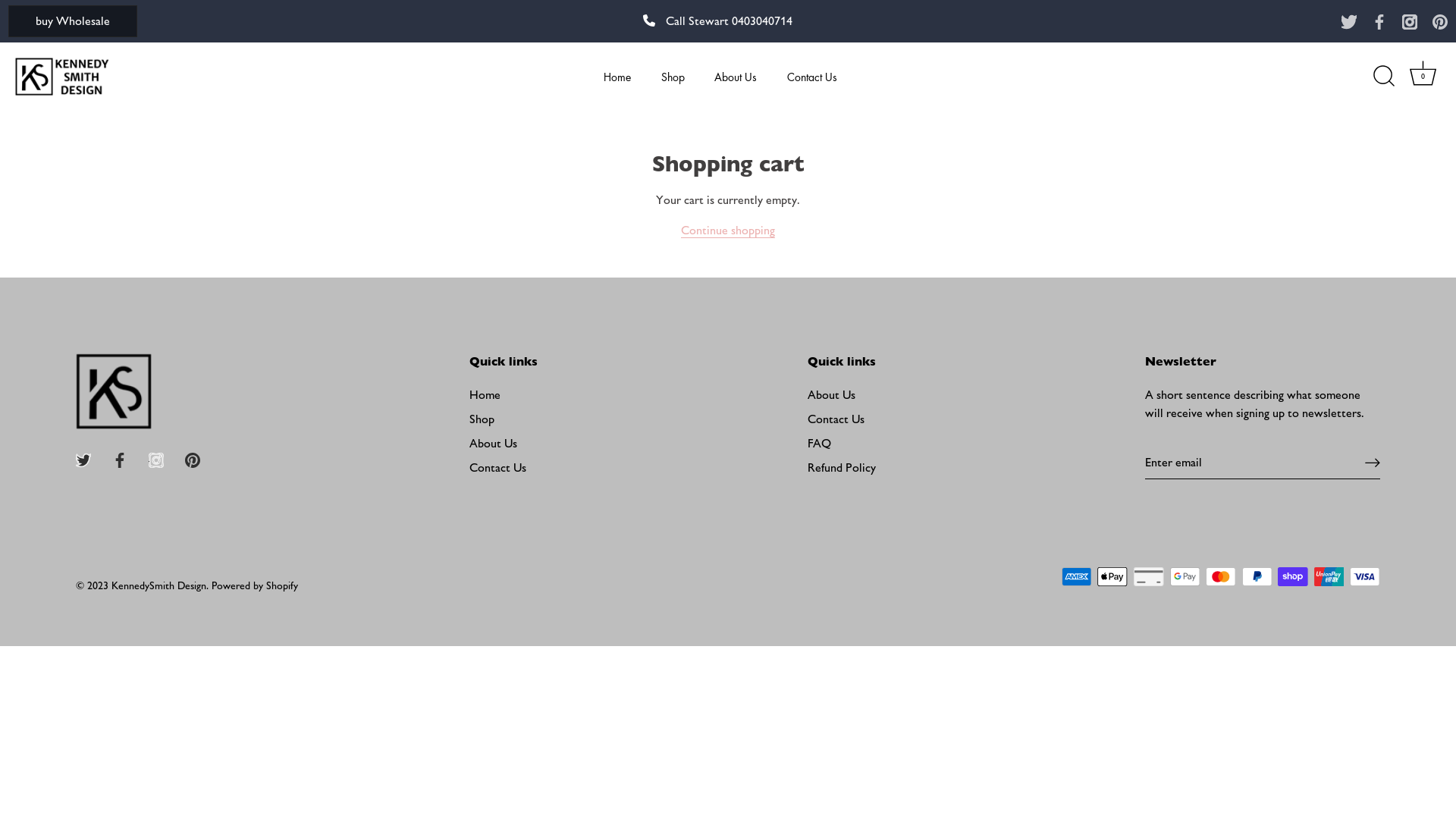 Image resolution: width=1456 pixels, height=819 pixels. I want to click on 'buy Wholesale', so click(72, 20).